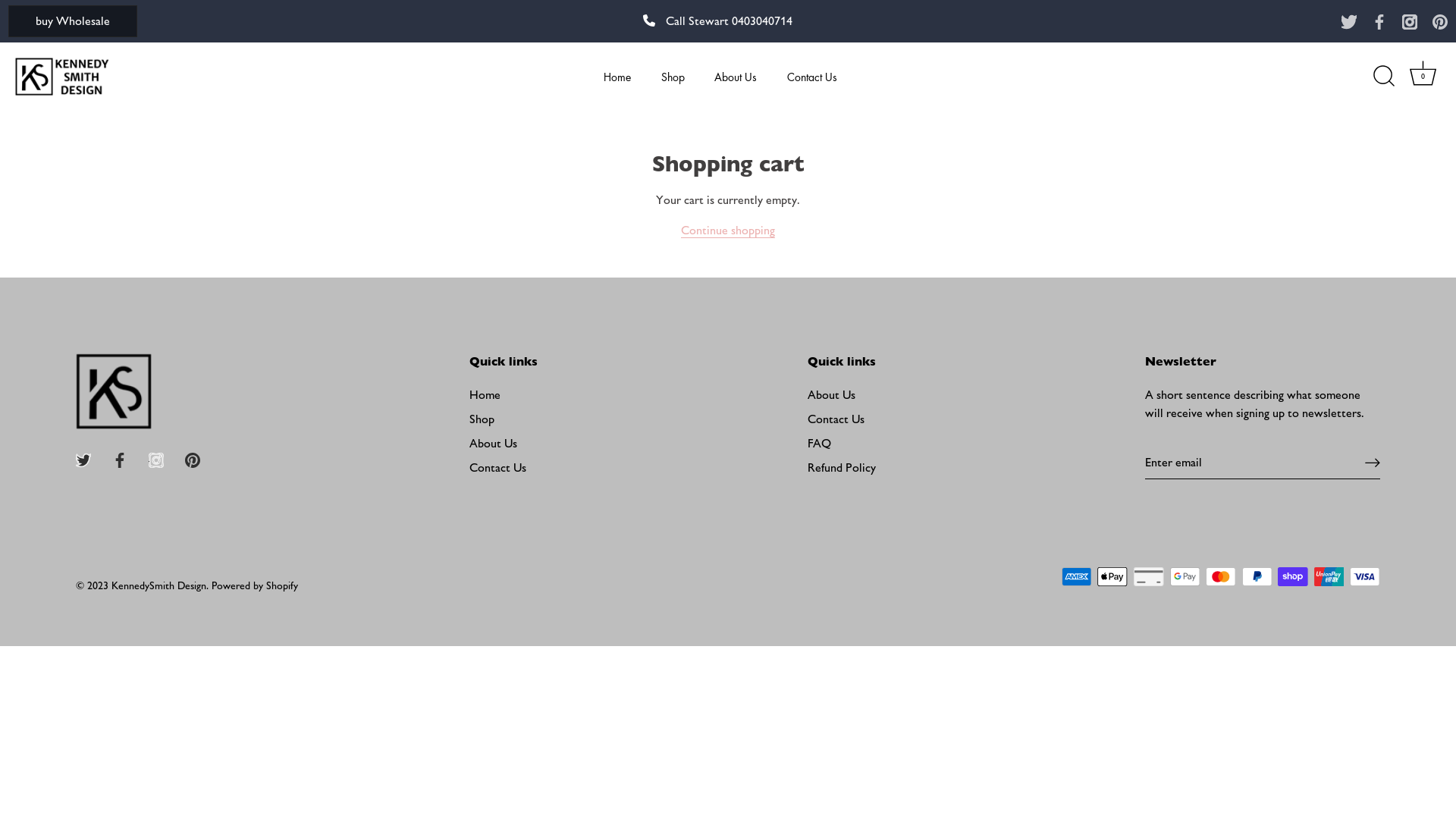 Image resolution: width=1456 pixels, height=819 pixels. I want to click on 'buy Wholesale', so click(72, 20).